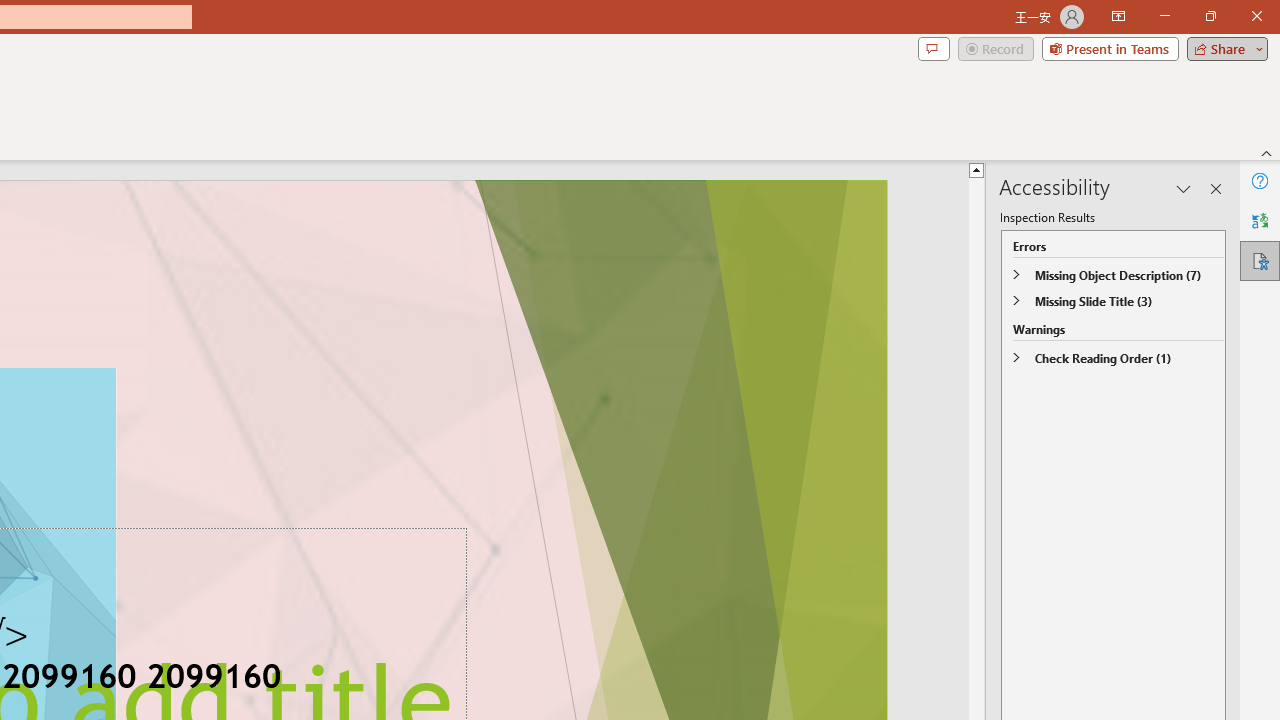 The image size is (1280, 720). I want to click on 'Share', so click(1222, 47).